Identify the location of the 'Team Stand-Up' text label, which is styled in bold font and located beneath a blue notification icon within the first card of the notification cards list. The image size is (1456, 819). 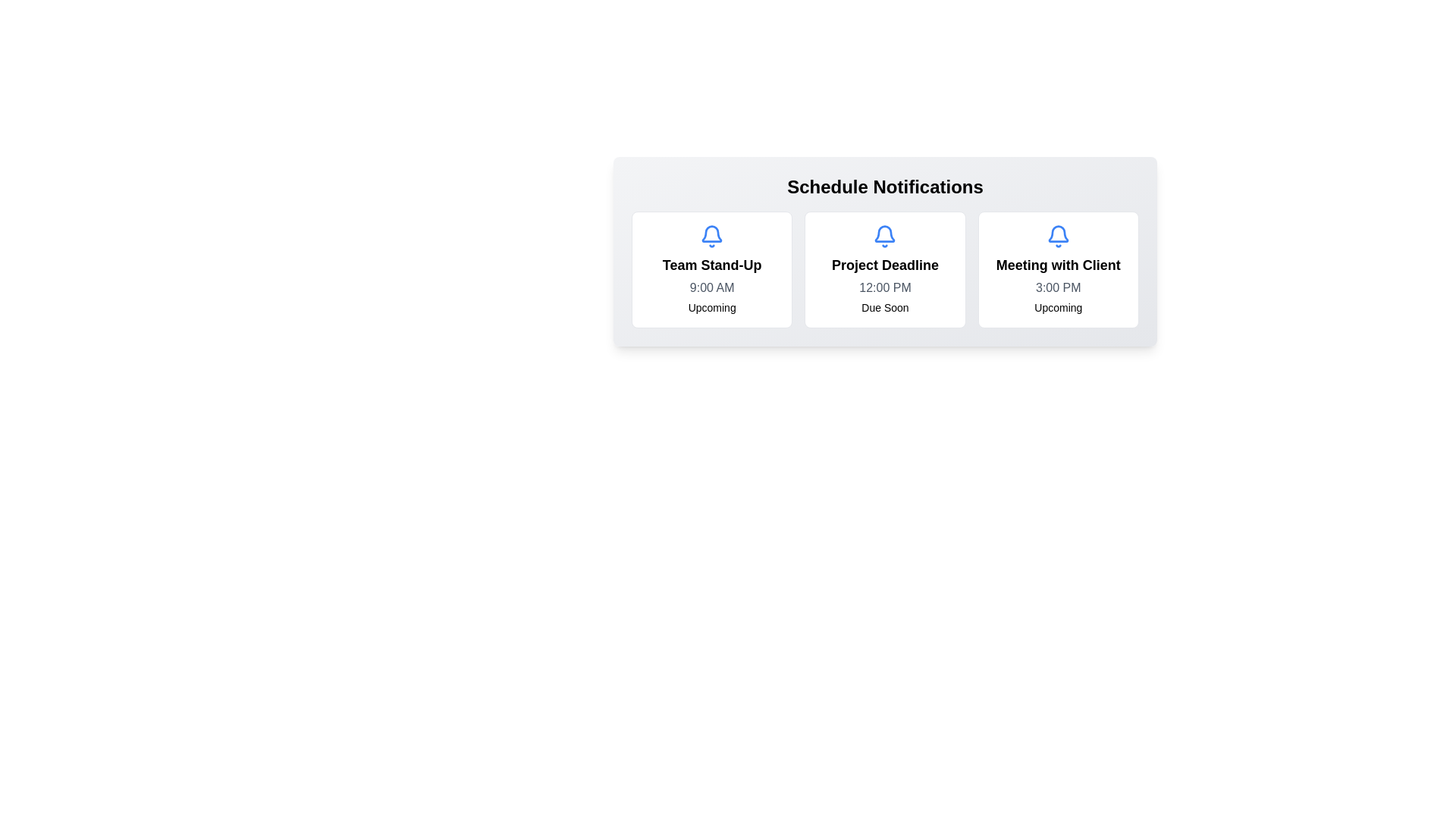
(711, 265).